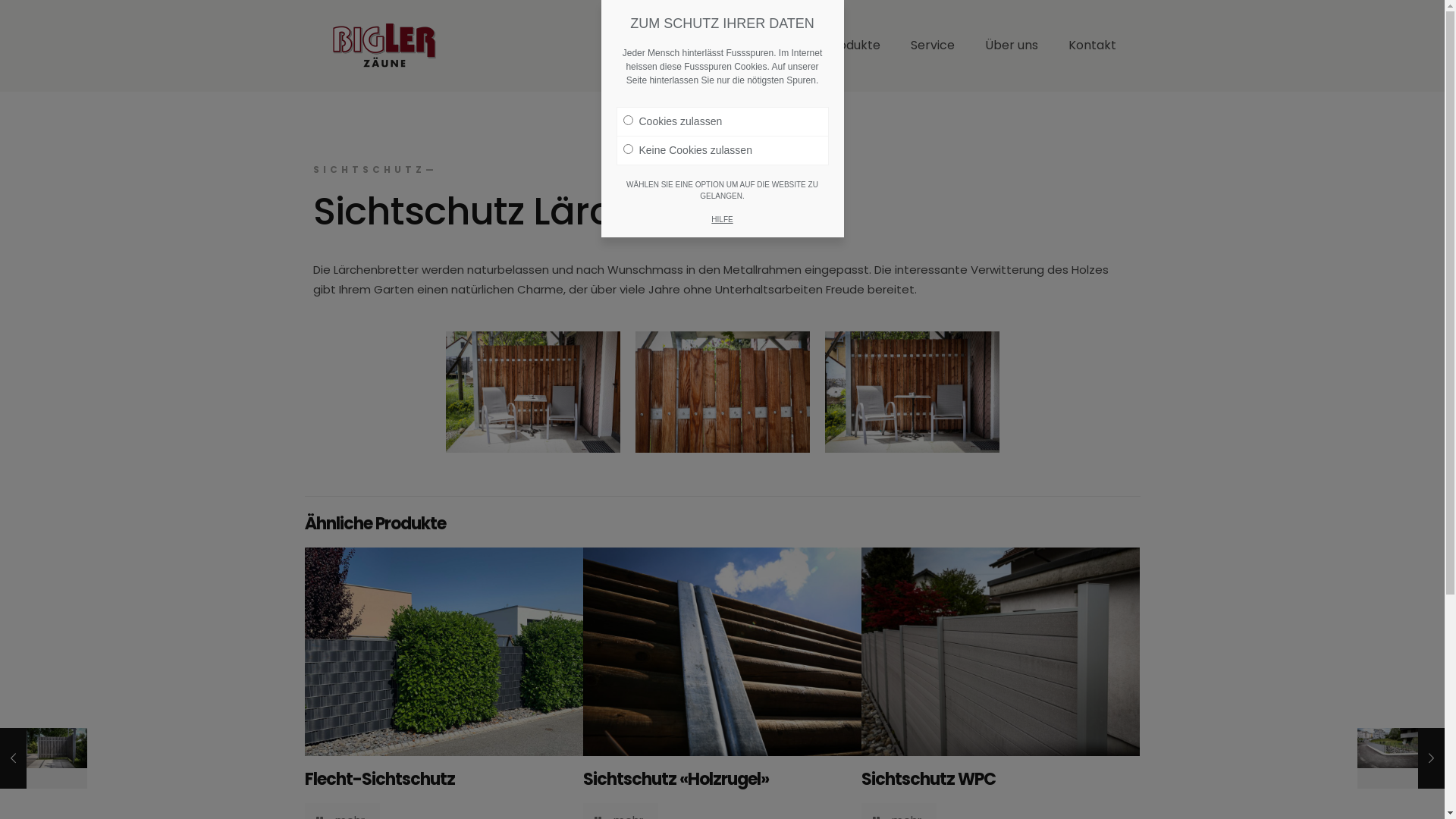 The width and height of the screenshot is (1456, 819). I want to click on 'Flecht-Sichtschutz', so click(379, 779).